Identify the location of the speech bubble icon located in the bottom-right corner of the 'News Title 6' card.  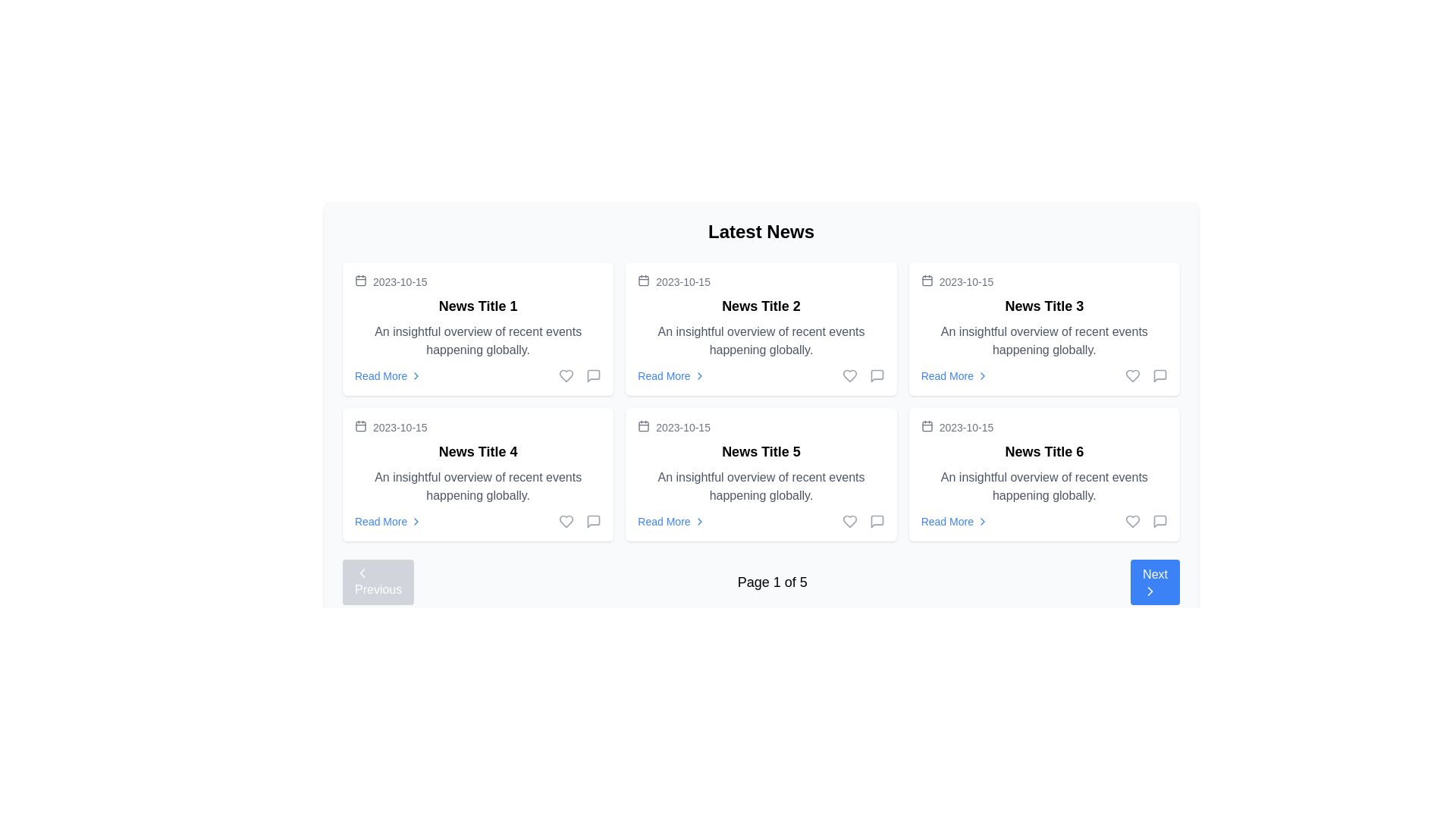
(1159, 520).